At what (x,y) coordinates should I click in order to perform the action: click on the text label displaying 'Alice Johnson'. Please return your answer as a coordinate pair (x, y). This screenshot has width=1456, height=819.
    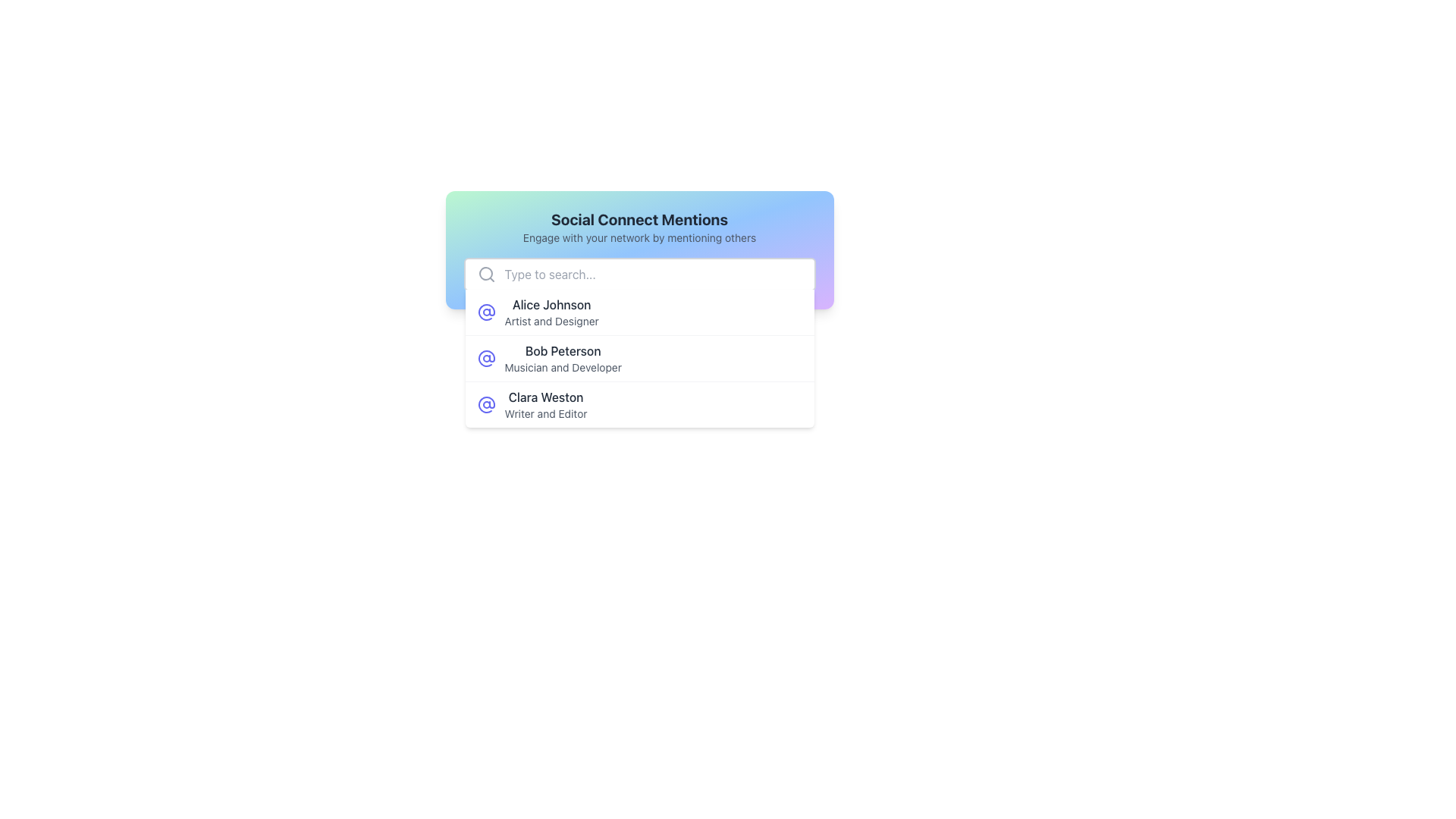
    Looking at the image, I should click on (551, 304).